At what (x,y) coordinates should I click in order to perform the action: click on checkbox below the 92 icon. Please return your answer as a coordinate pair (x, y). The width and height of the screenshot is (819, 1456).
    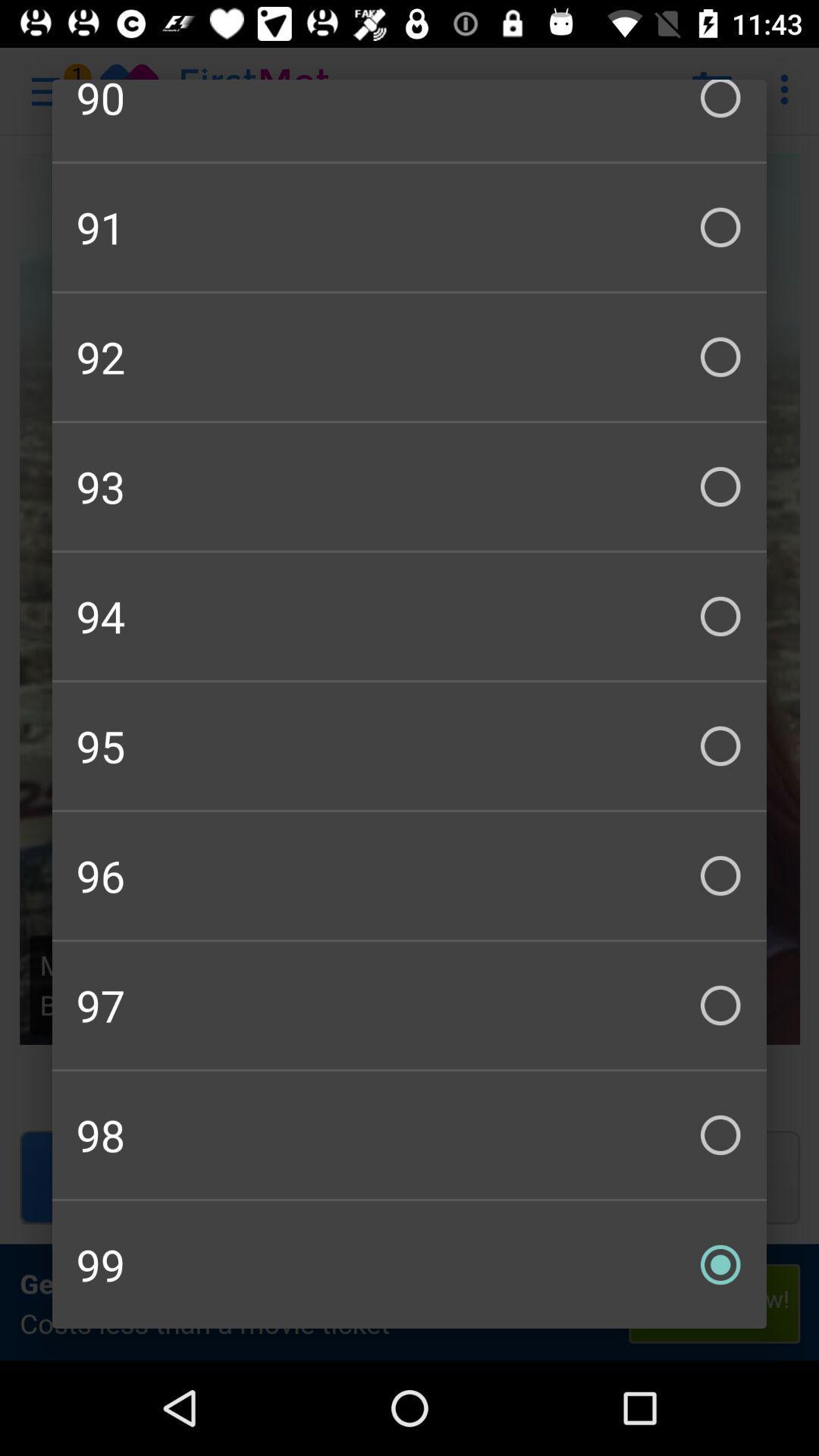
    Looking at the image, I should click on (409, 487).